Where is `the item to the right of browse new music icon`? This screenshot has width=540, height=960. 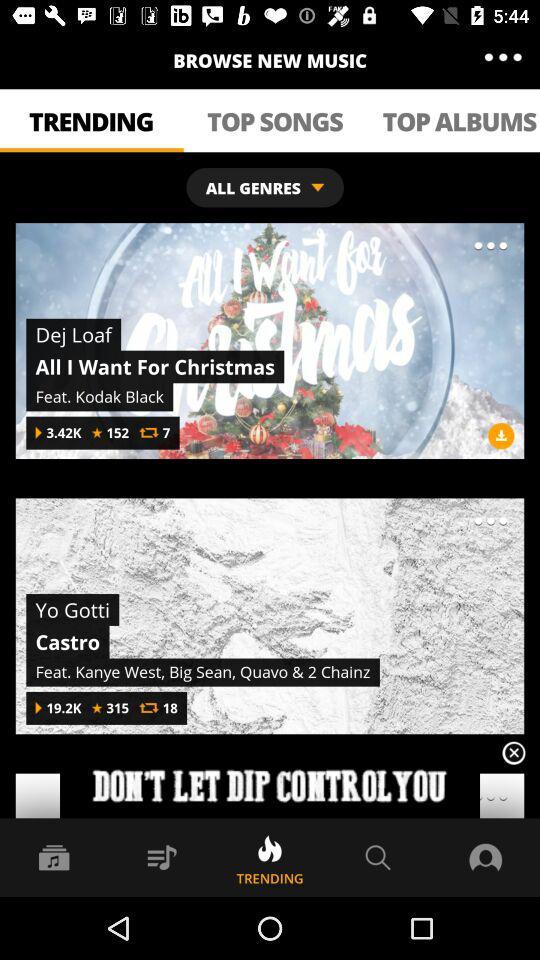 the item to the right of browse new music icon is located at coordinates (502, 56).